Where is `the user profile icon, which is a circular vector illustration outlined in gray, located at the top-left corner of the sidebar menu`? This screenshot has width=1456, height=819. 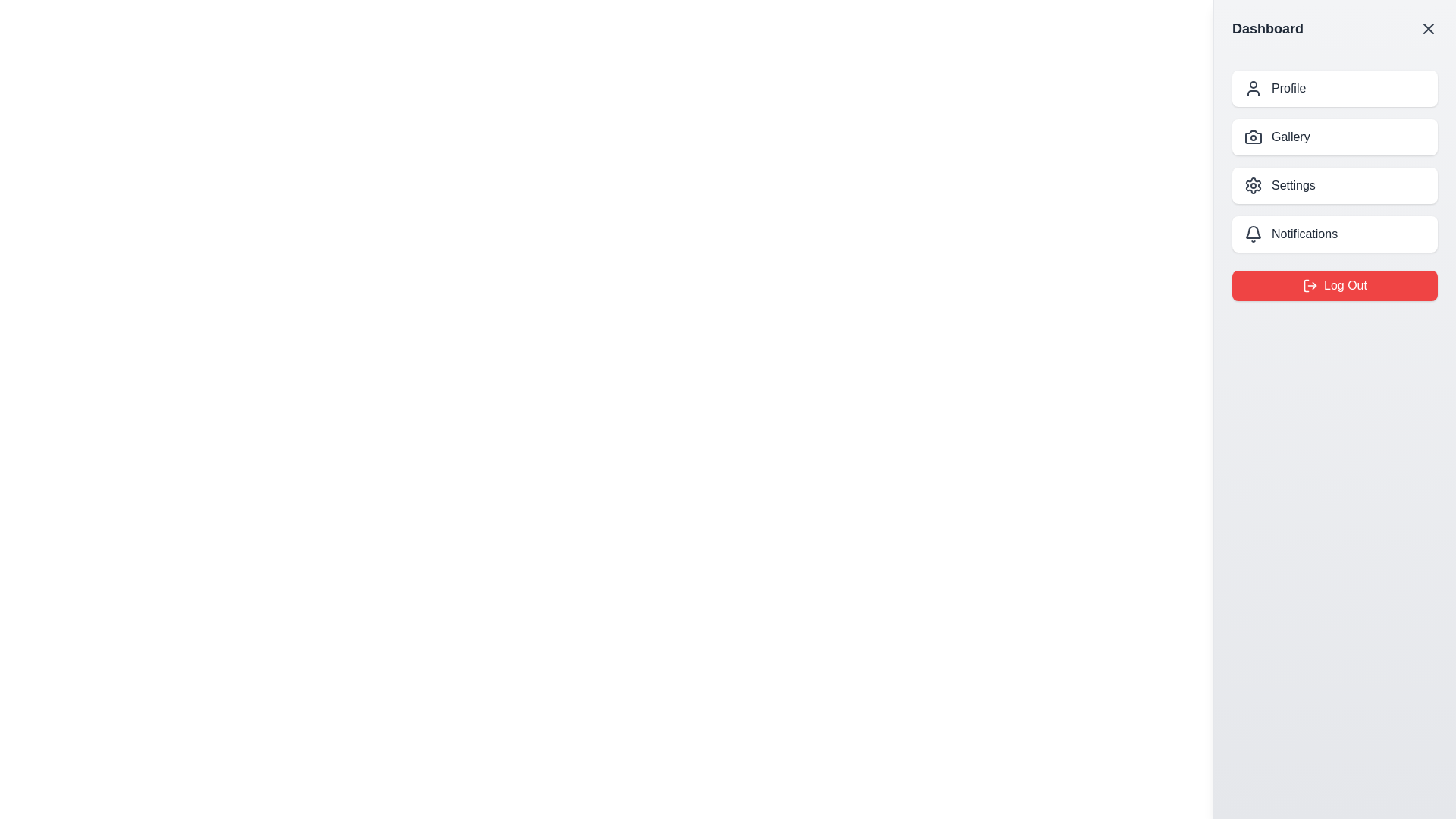 the user profile icon, which is a circular vector illustration outlined in gray, located at the top-left corner of the sidebar menu is located at coordinates (1253, 88).